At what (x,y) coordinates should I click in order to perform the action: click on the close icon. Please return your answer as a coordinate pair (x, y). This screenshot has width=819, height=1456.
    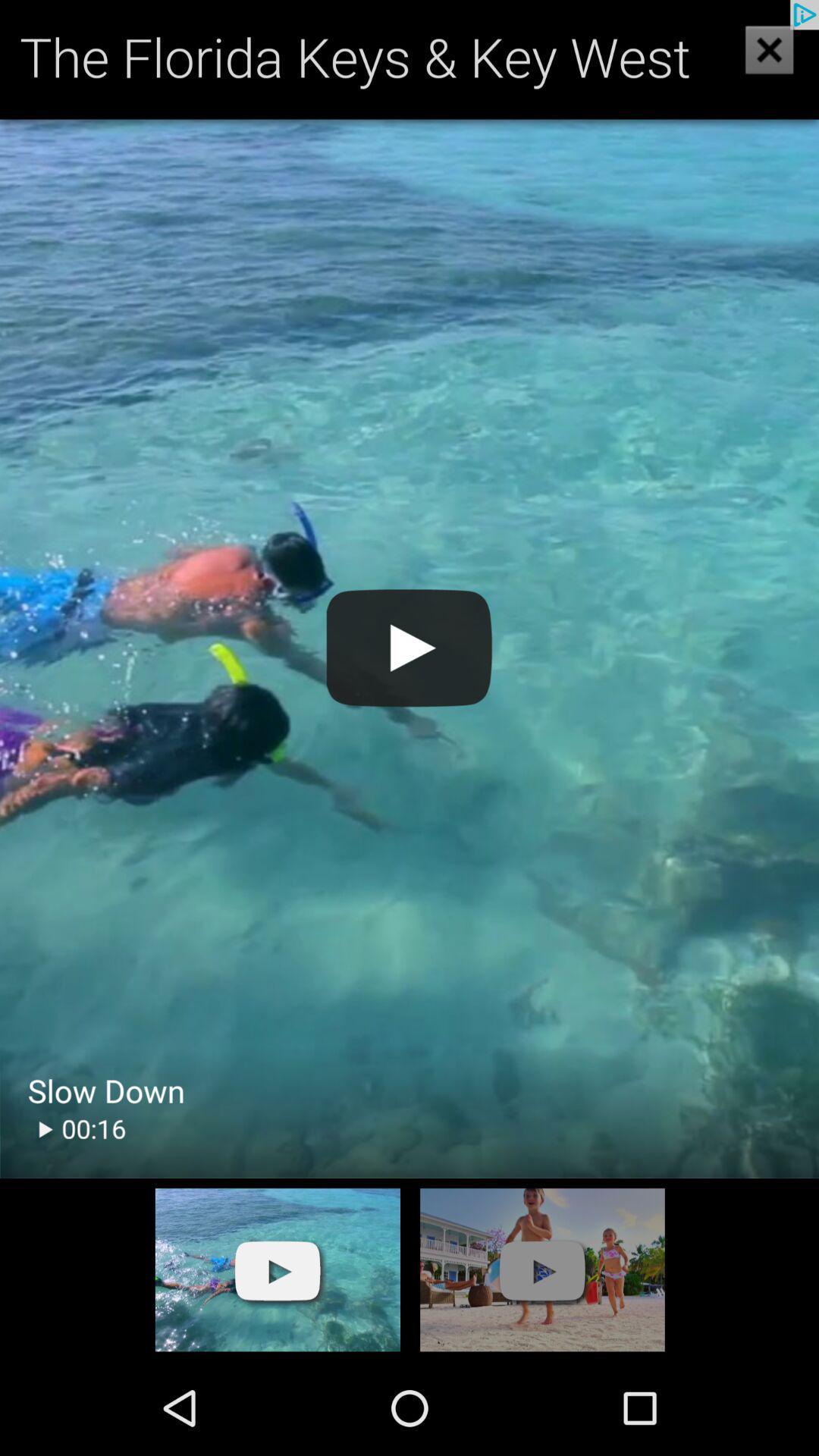
    Looking at the image, I should click on (769, 53).